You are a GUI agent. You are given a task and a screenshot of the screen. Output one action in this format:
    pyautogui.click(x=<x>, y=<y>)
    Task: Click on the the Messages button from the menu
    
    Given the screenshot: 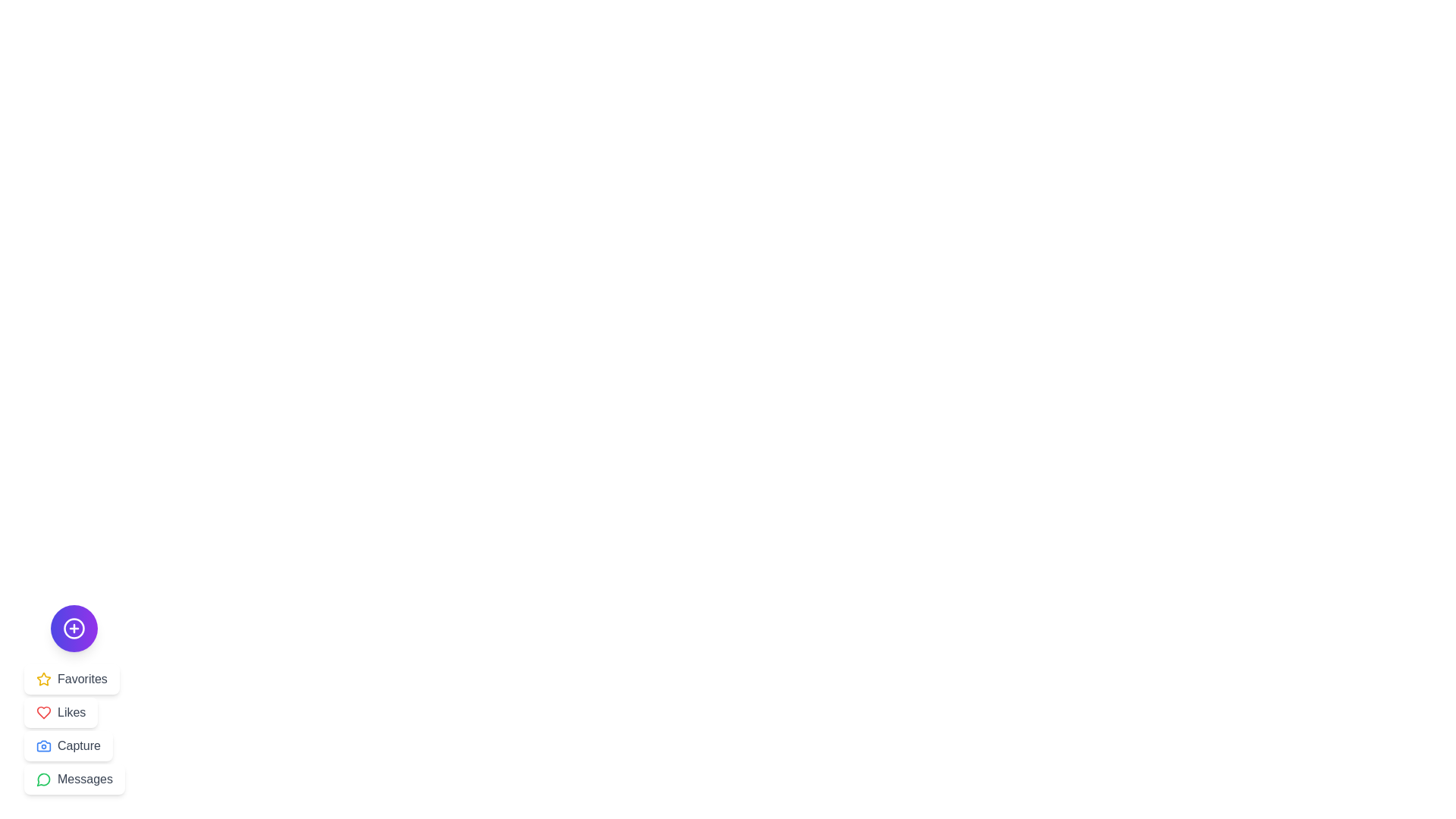 What is the action you would take?
    pyautogui.click(x=74, y=780)
    